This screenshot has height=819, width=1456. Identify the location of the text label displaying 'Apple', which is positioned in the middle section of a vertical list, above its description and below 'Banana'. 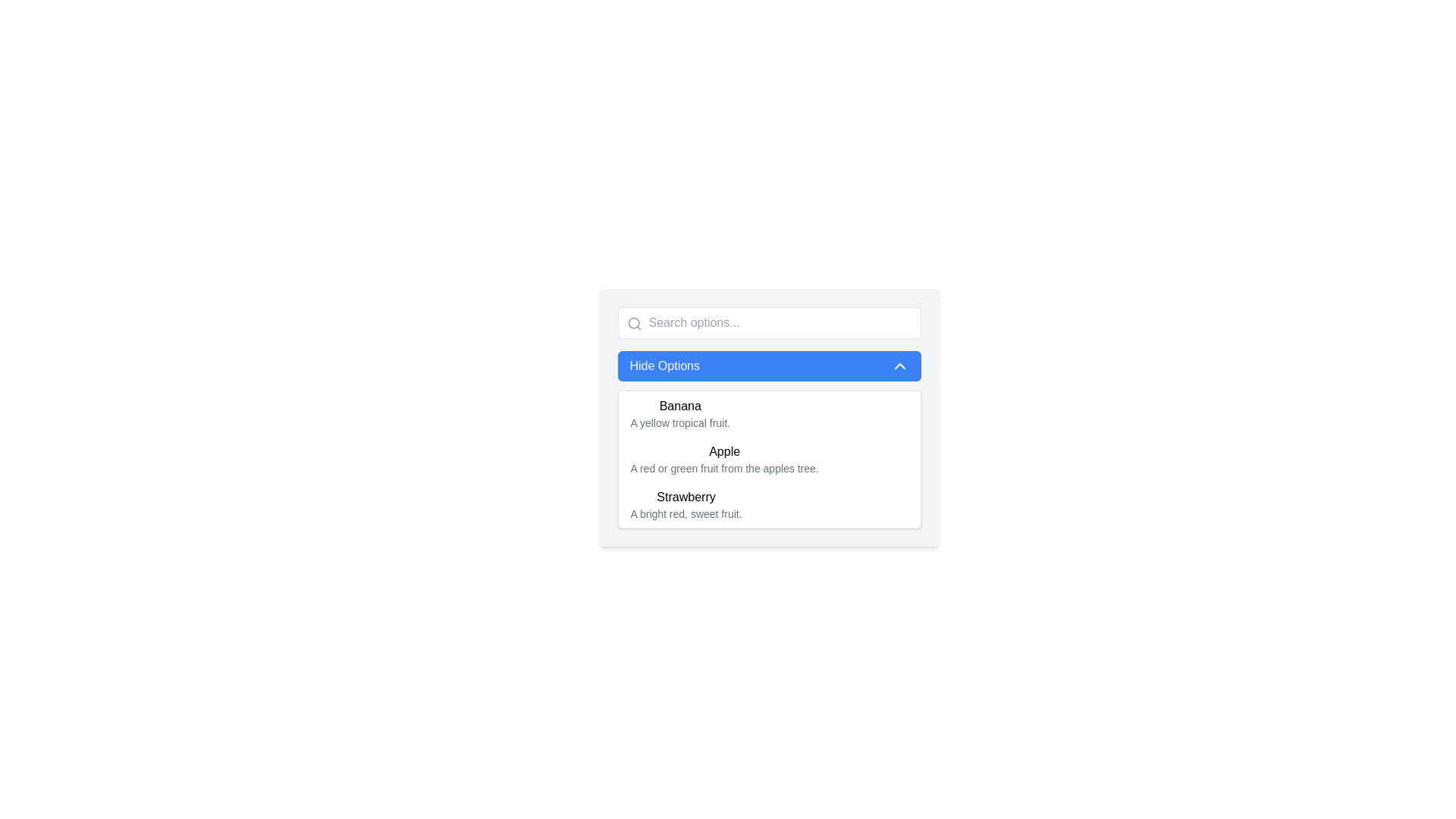
(723, 451).